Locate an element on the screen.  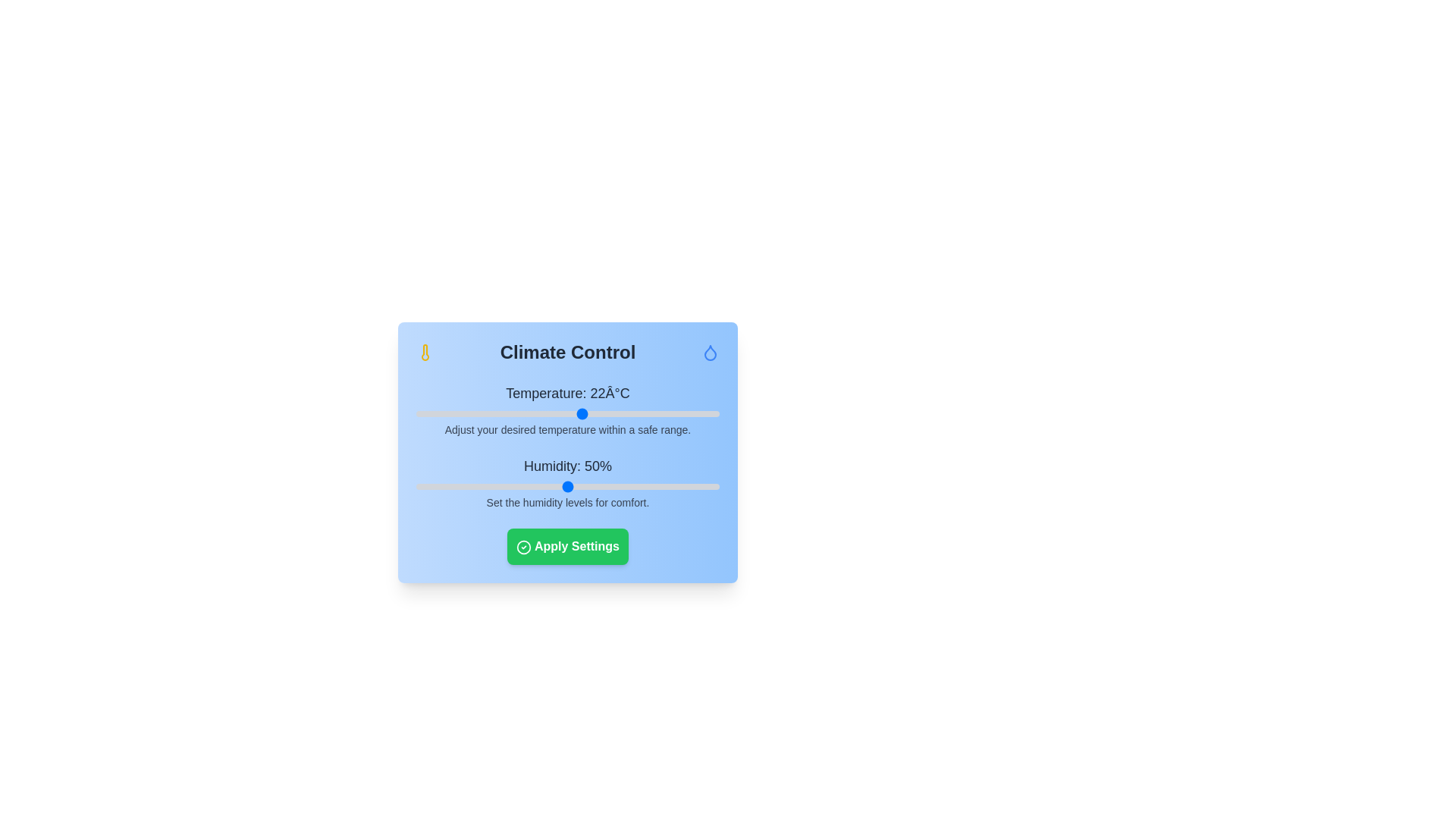
the temperature is located at coordinates (552, 414).